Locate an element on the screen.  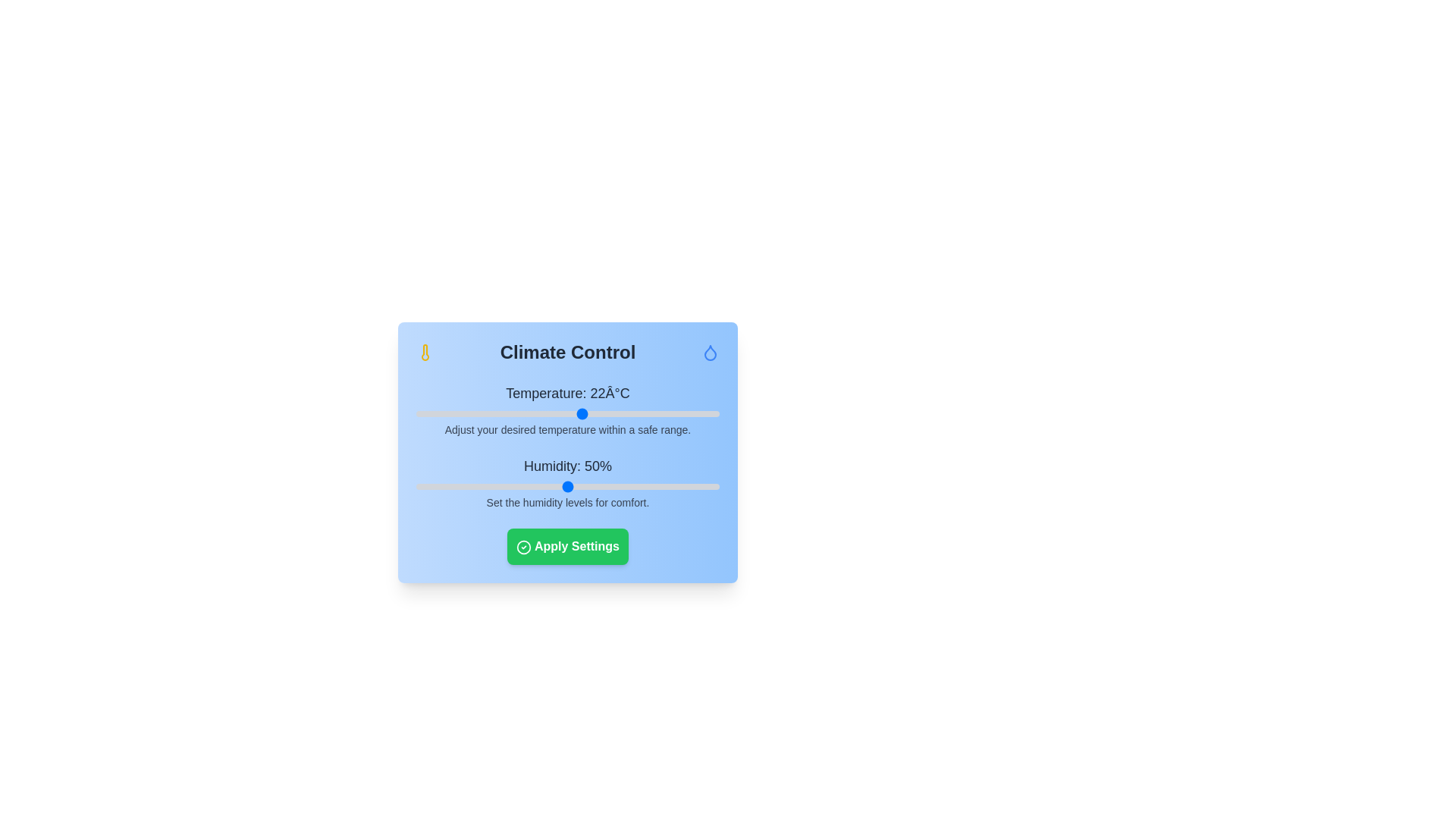
the temperature is located at coordinates (552, 414).